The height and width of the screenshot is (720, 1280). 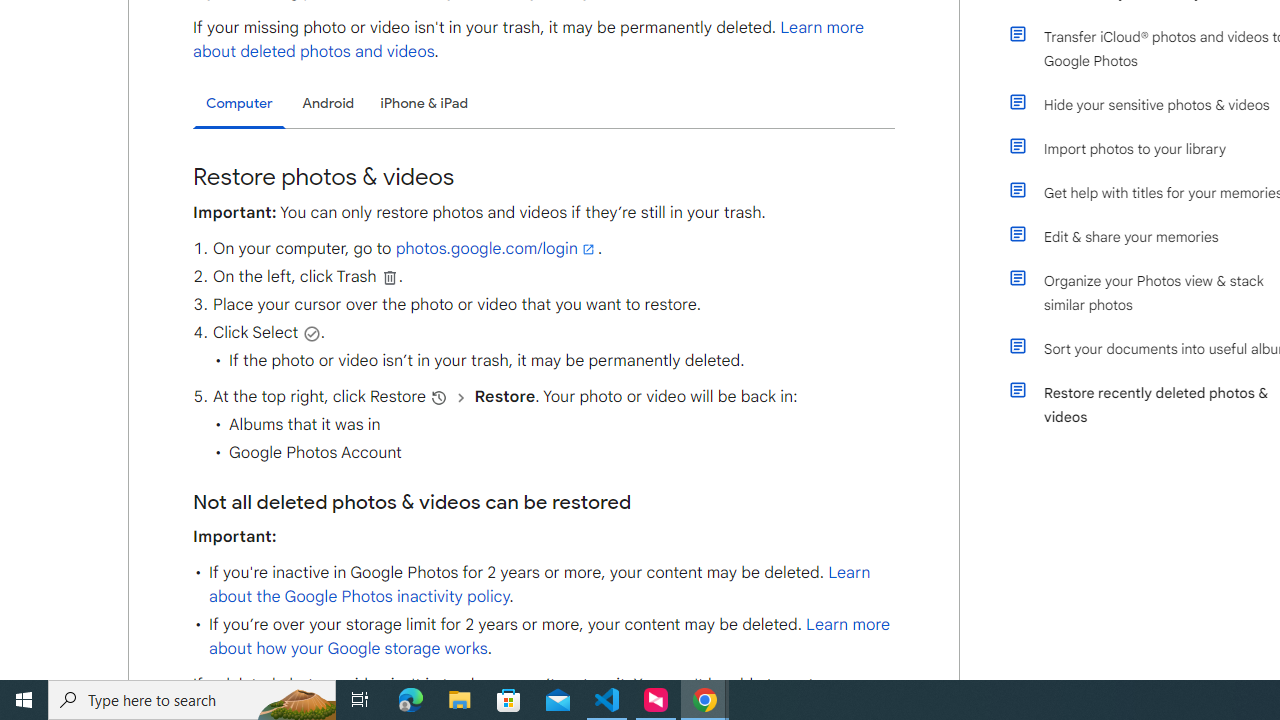 I want to click on 'Learn more about how your Google storage works', so click(x=549, y=636).